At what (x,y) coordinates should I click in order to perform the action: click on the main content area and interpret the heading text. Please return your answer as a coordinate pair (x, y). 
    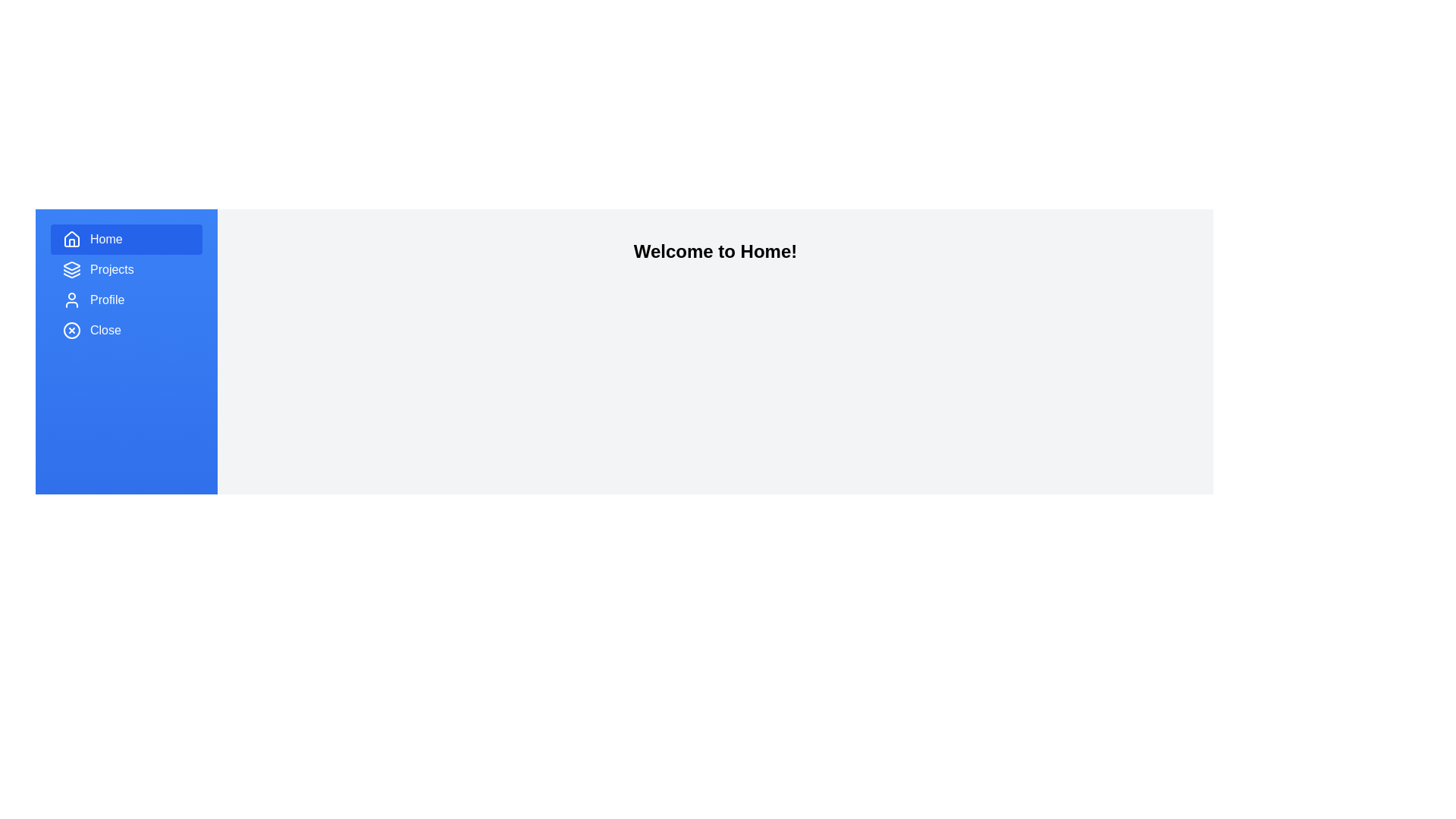
    Looking at the image, I should click on (714, 250).